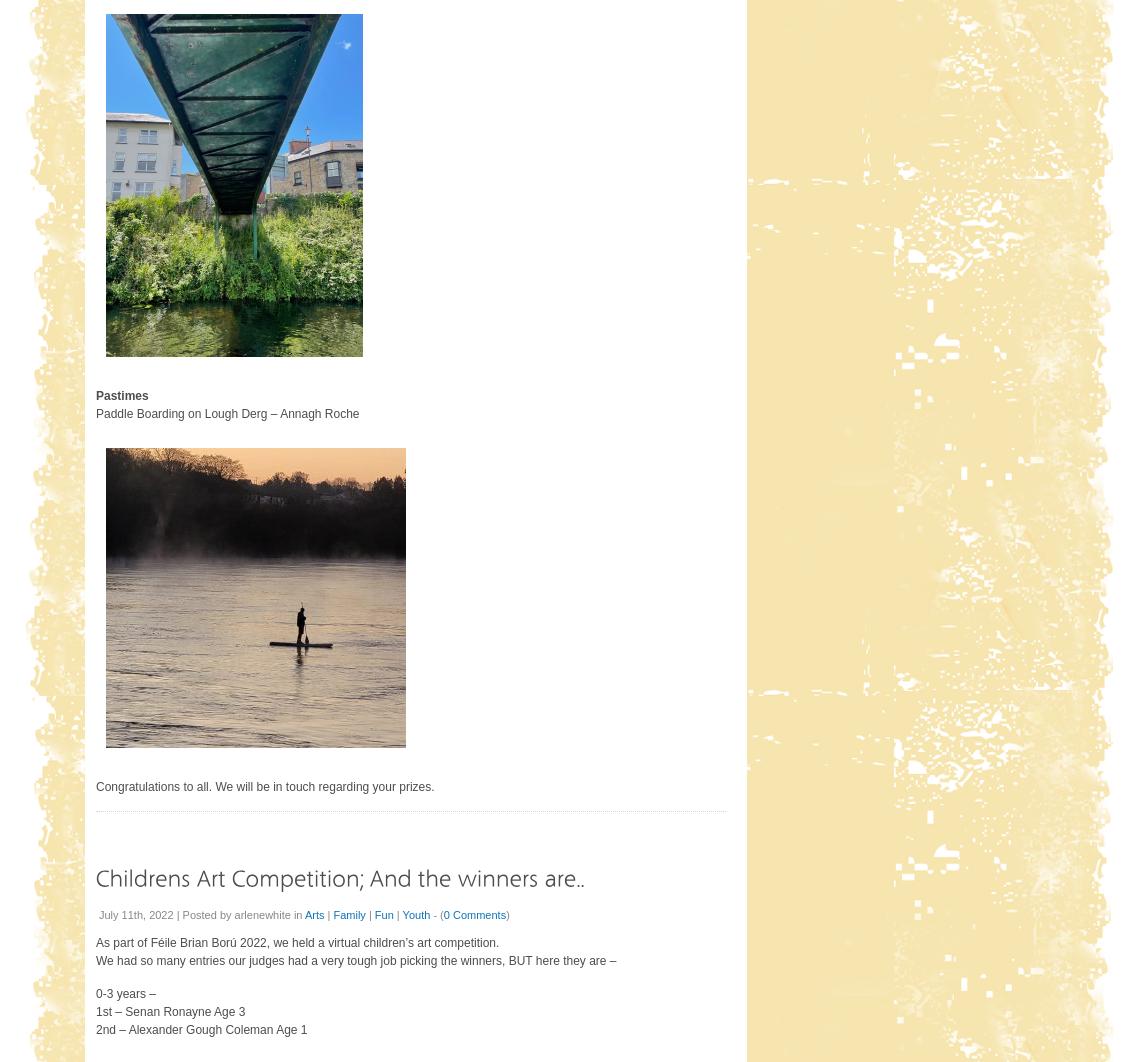  Describe the element at coordinates (120, 393) in the screenshot. I see `'Pastimes'` at that location.